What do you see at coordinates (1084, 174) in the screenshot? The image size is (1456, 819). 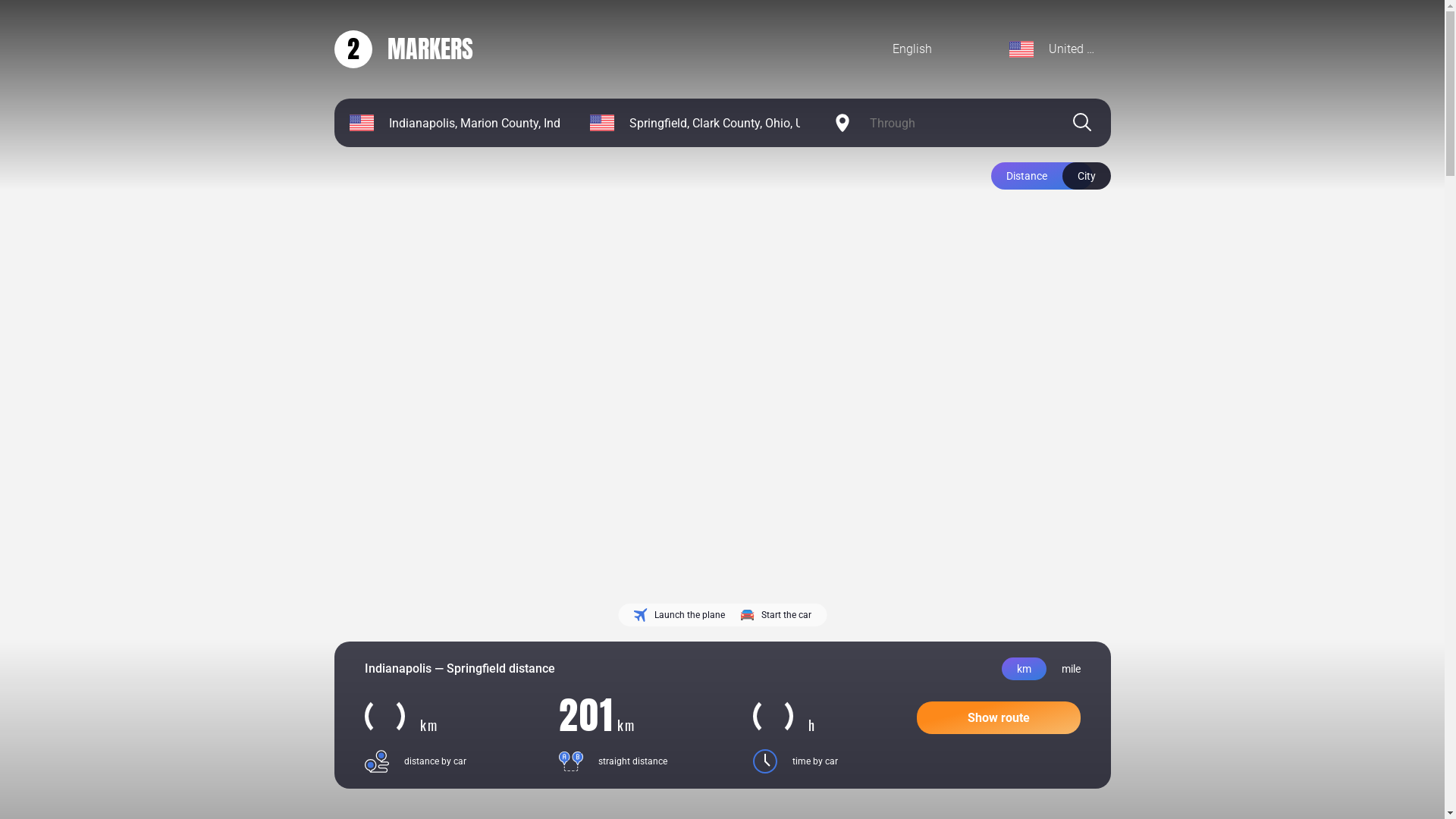 I see `'City'` at bounding box center [1084, 174].